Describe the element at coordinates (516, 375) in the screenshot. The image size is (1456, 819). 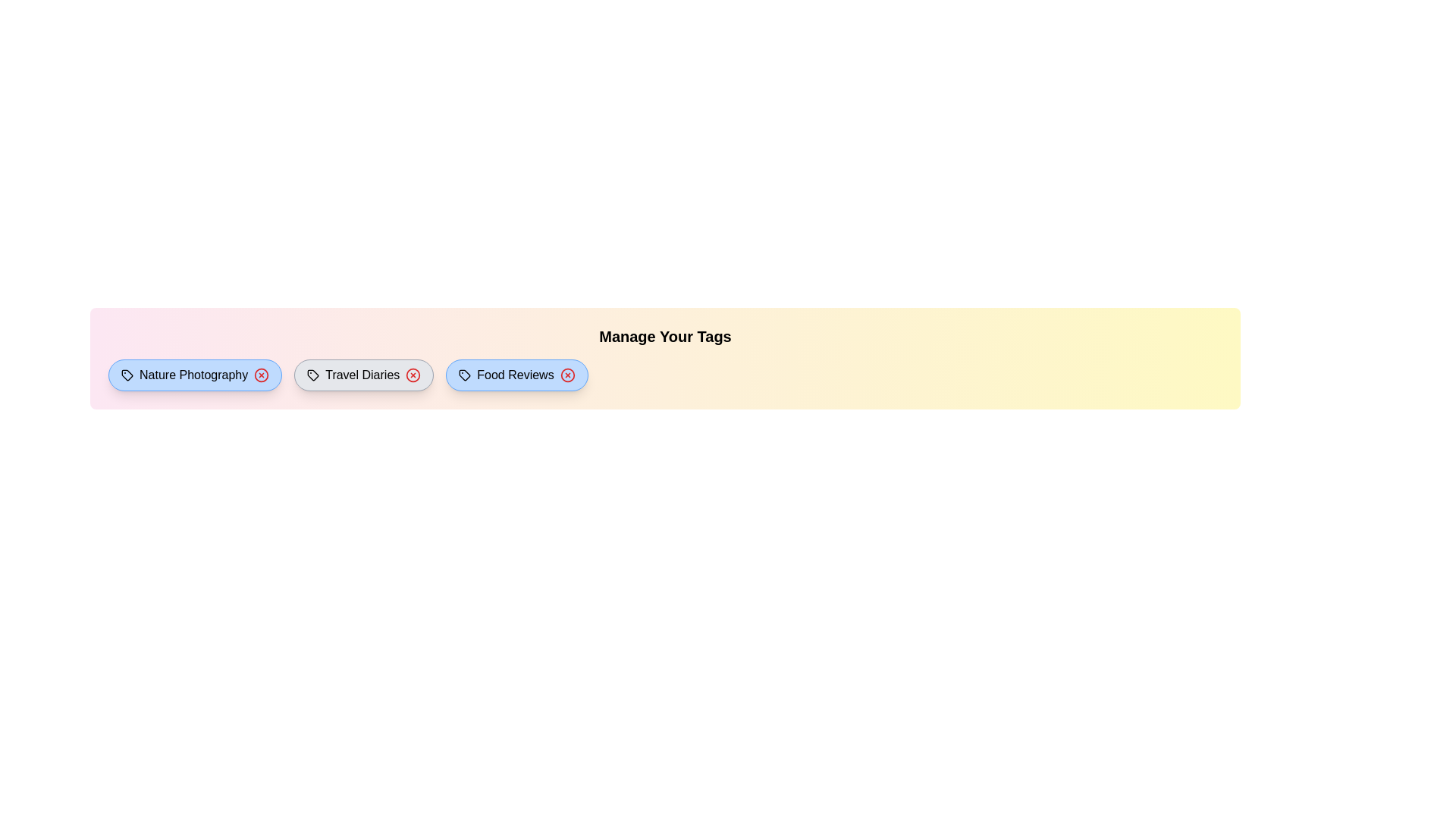
I see `the tag labeled 'Food Reviews' by clicking on it` at that location.